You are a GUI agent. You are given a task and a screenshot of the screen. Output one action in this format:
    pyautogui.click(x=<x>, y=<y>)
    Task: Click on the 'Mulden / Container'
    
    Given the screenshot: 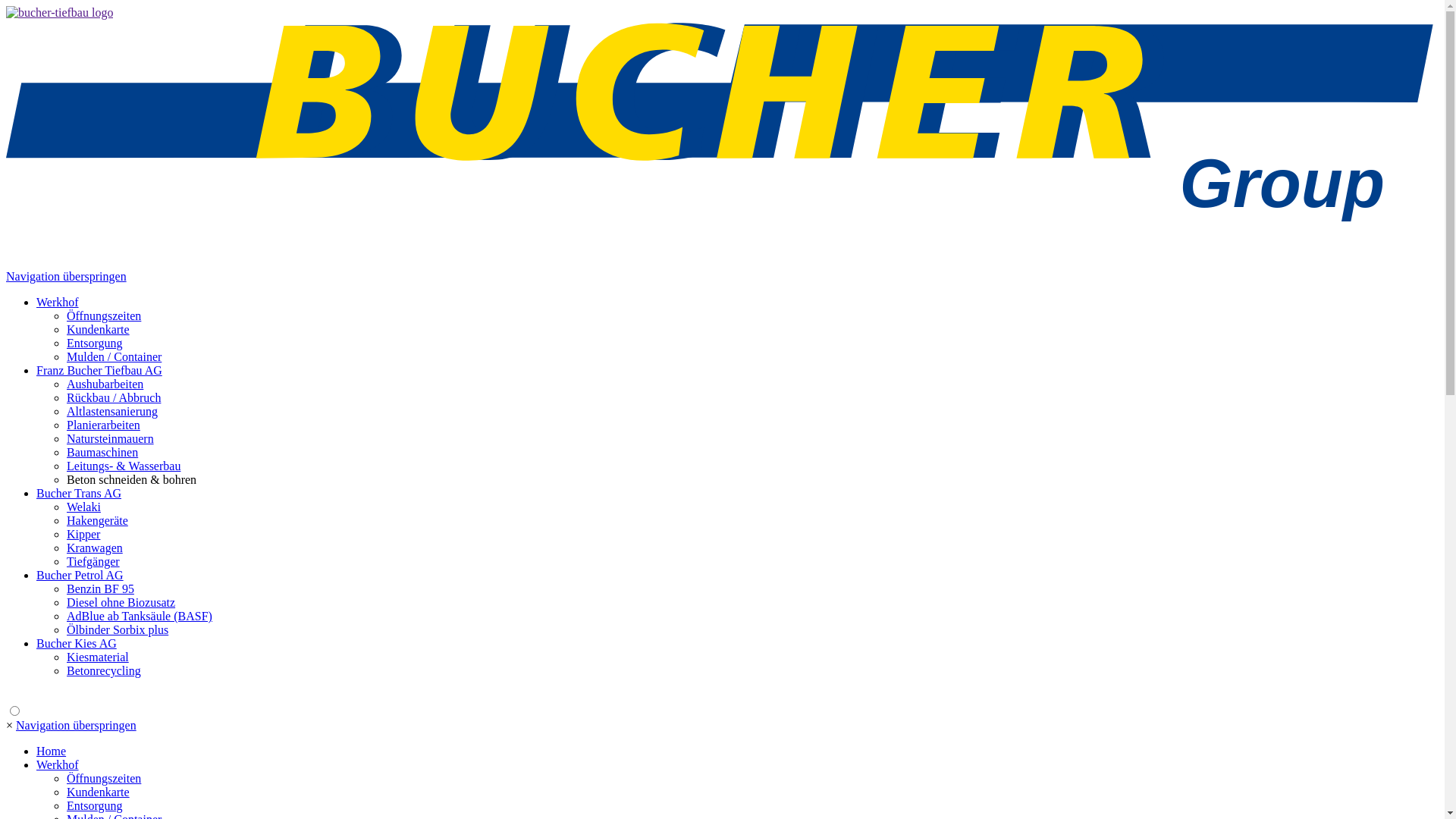 What is the action you would take?
    pyautogui.click(x=113, y=356)
    